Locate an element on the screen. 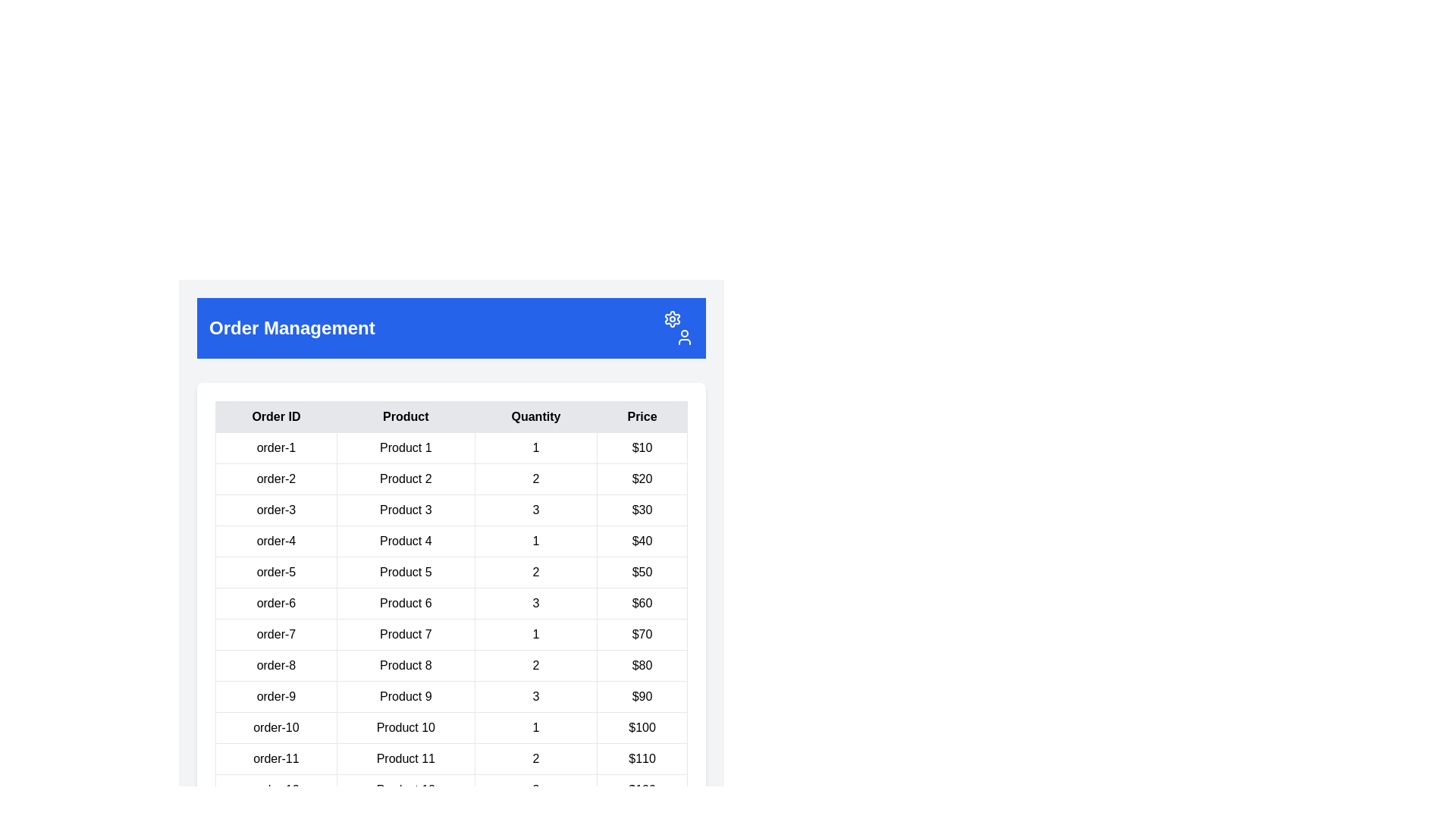  the second row in the 'Order Management' table is located at coordinates (450, 479).